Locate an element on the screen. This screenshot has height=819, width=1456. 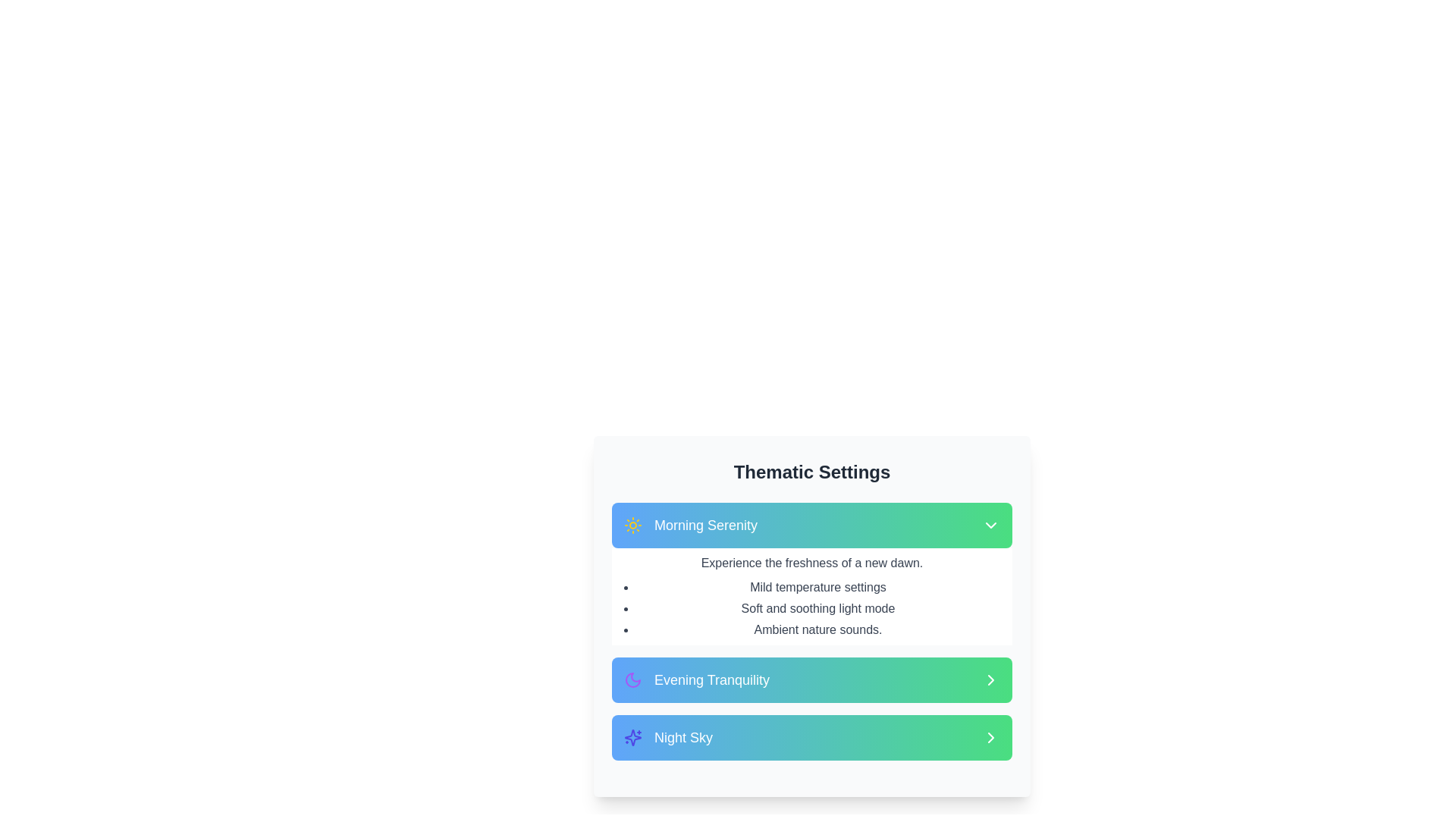
on the 'Morning Serenity' theme selector, which features a sun icon and white text over a gradient background, located in the first position of a horizontal layout is located at coordinates (690, 525).